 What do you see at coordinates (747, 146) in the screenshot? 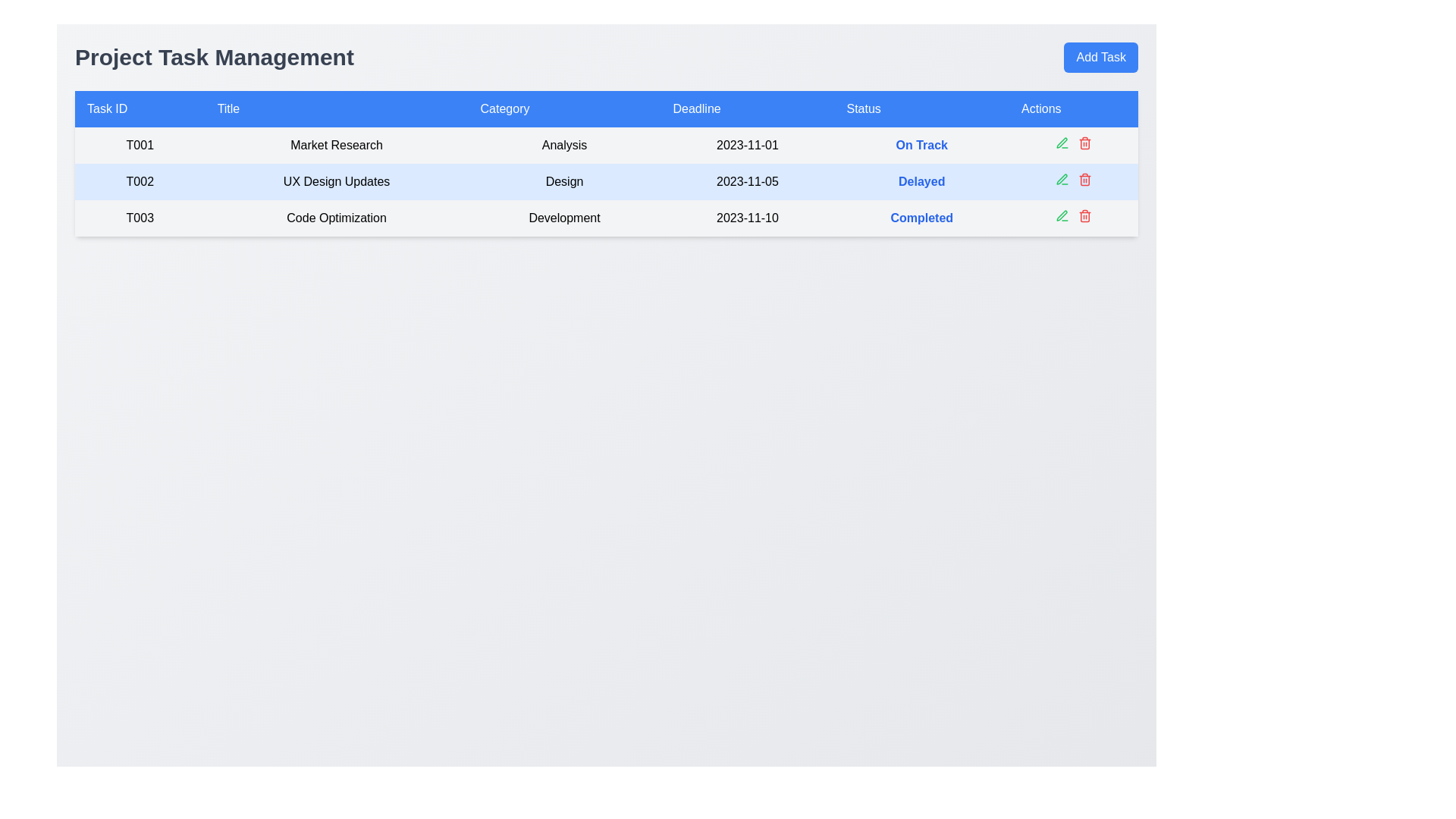
I see `the text display that shows the deadline '2023-11-01' in the fourth column of the first data row of the table, which indicates the due date for the corresponding task` at bounding box center [747, 146].